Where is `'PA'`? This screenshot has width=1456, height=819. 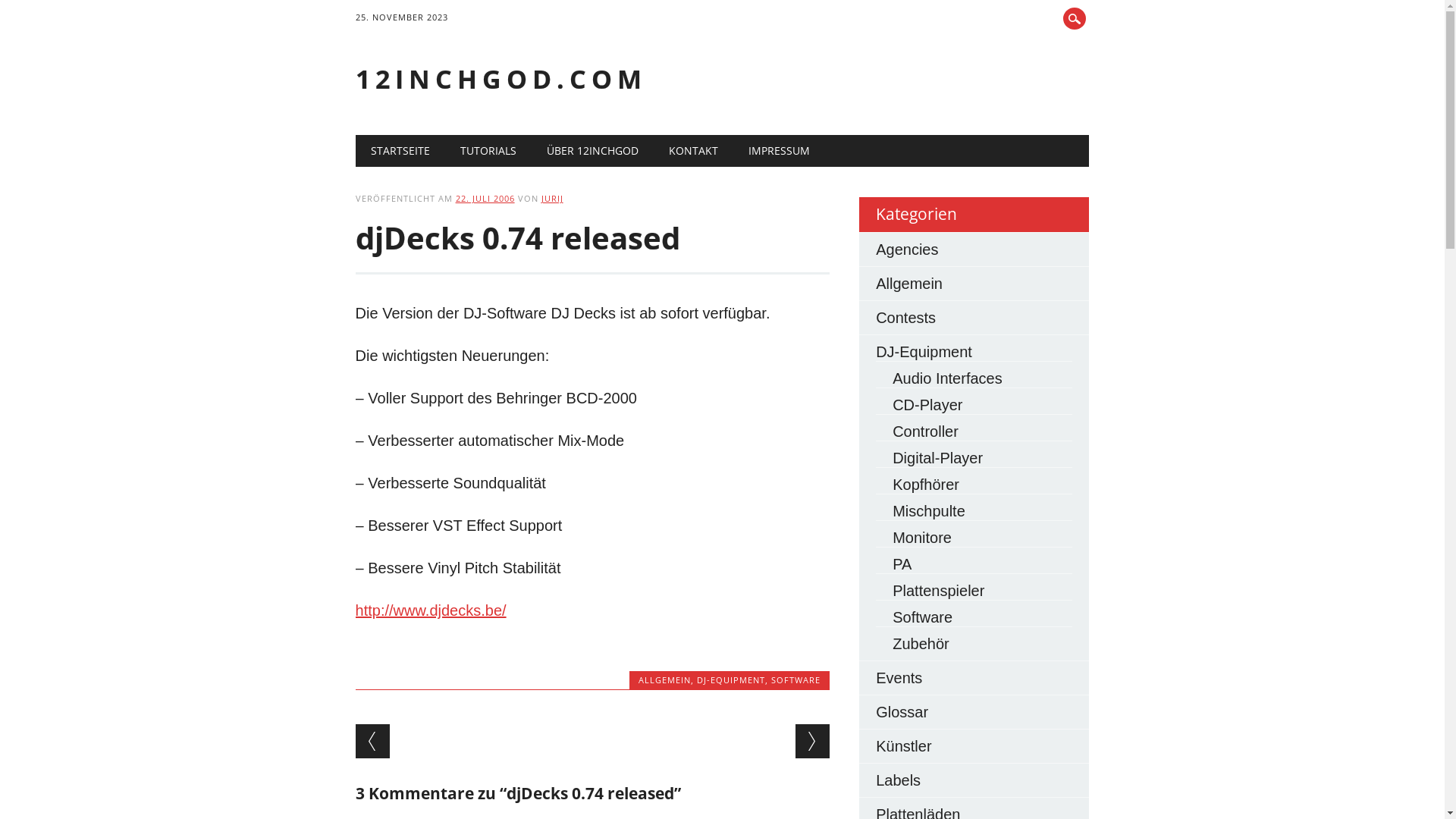 'PA' is located at coordinates (902, 564).